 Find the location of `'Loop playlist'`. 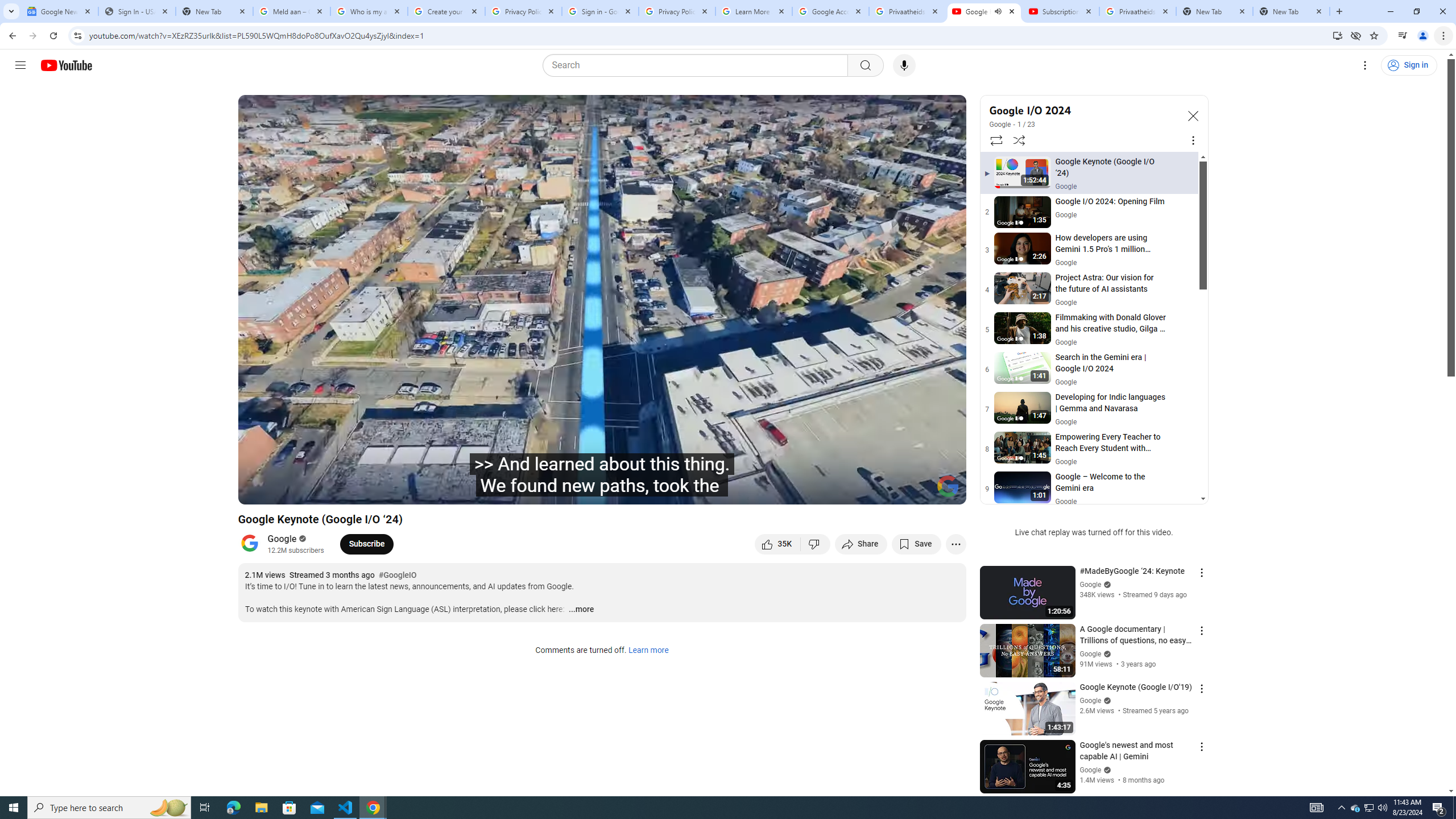

'Loop playlist' is located at coordinates (995, 139).